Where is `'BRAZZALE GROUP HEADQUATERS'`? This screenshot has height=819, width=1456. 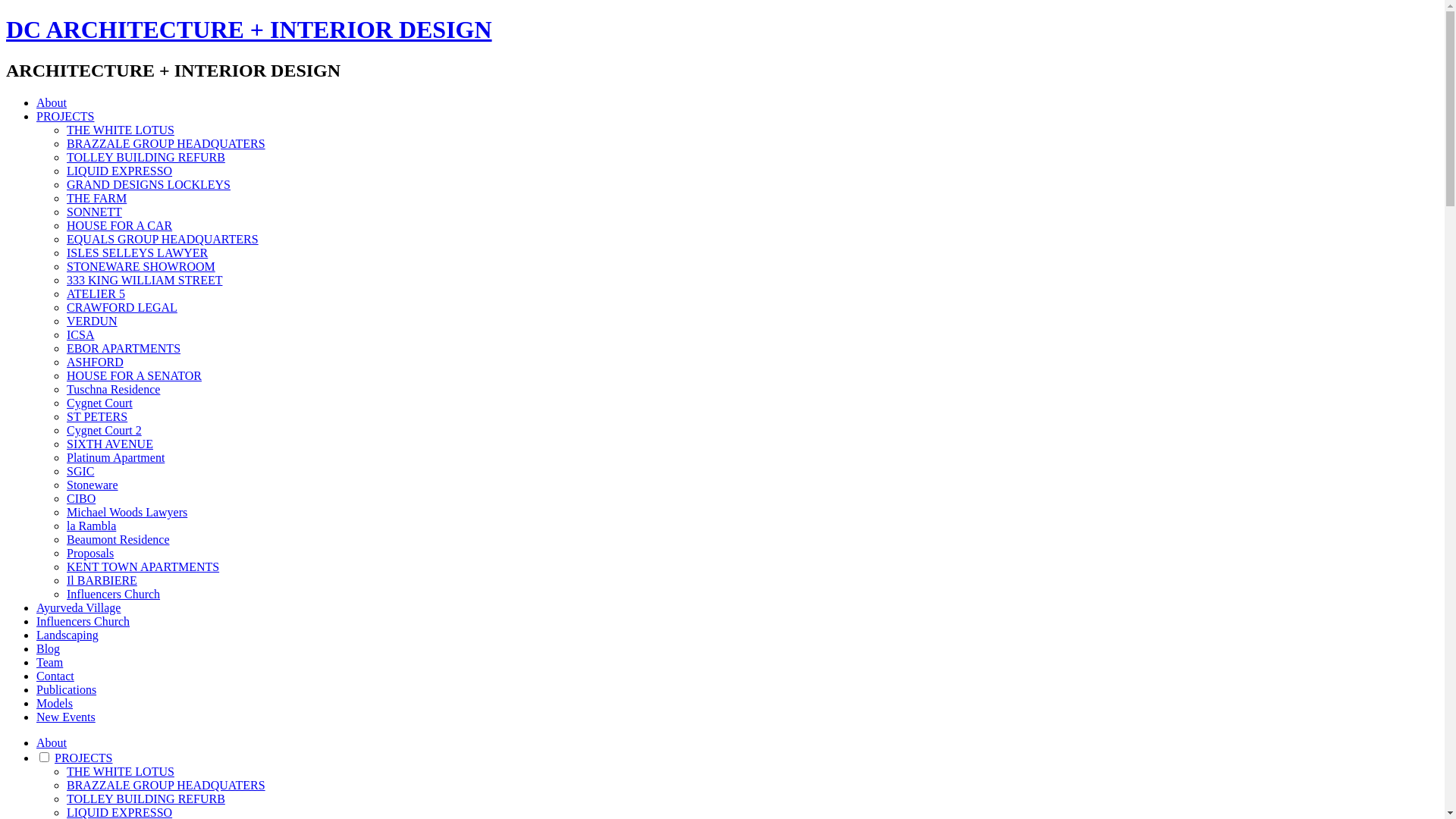 'BRAZZALE GROUP HEADQUATERS' is located at coordinates (166, 143).